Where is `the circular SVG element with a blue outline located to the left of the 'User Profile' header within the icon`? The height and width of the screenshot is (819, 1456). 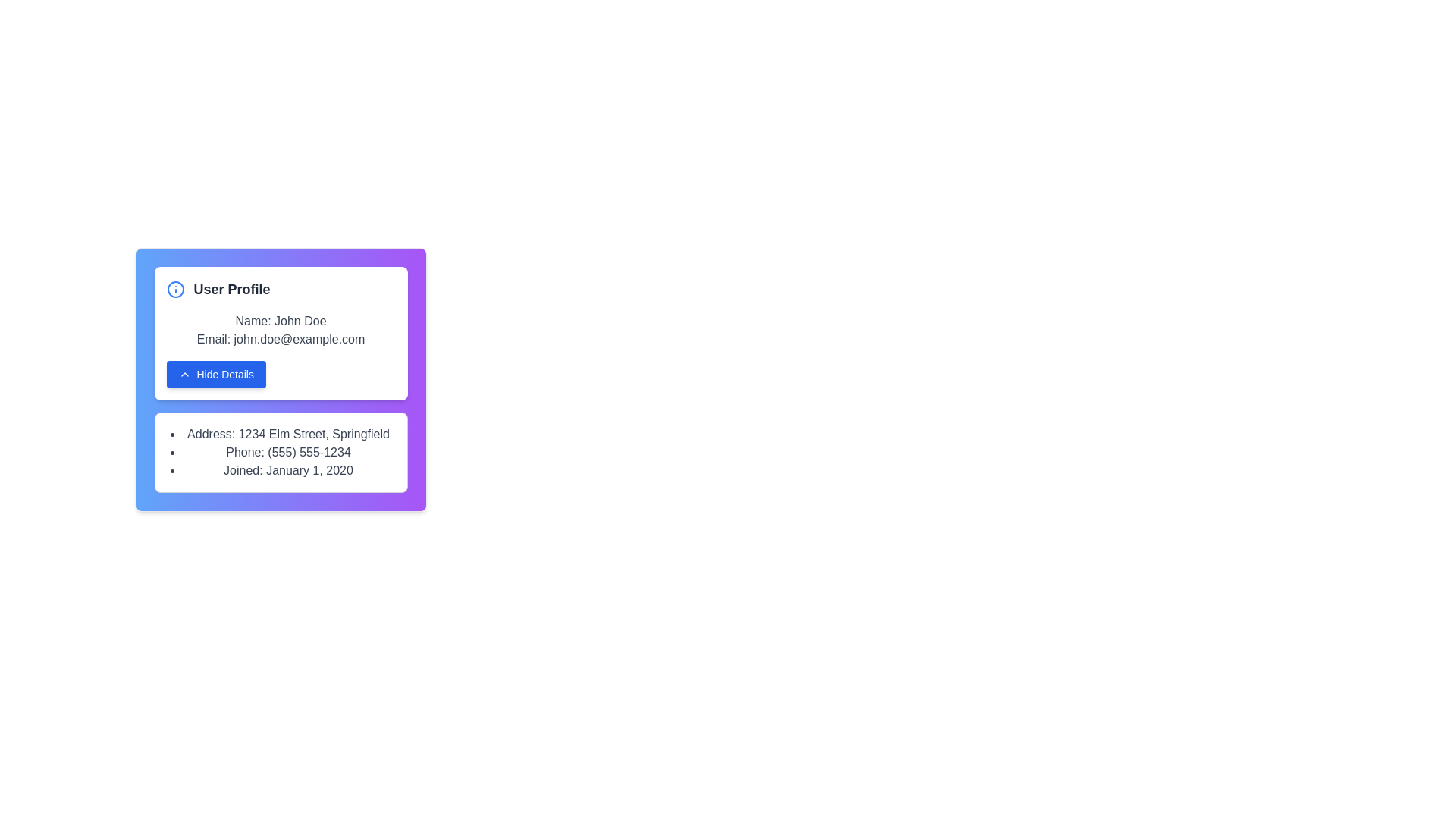 the circular SVG element with a blue outline located to the left of the 'User Profile' header within the icon is located at coordinates (175, 289).